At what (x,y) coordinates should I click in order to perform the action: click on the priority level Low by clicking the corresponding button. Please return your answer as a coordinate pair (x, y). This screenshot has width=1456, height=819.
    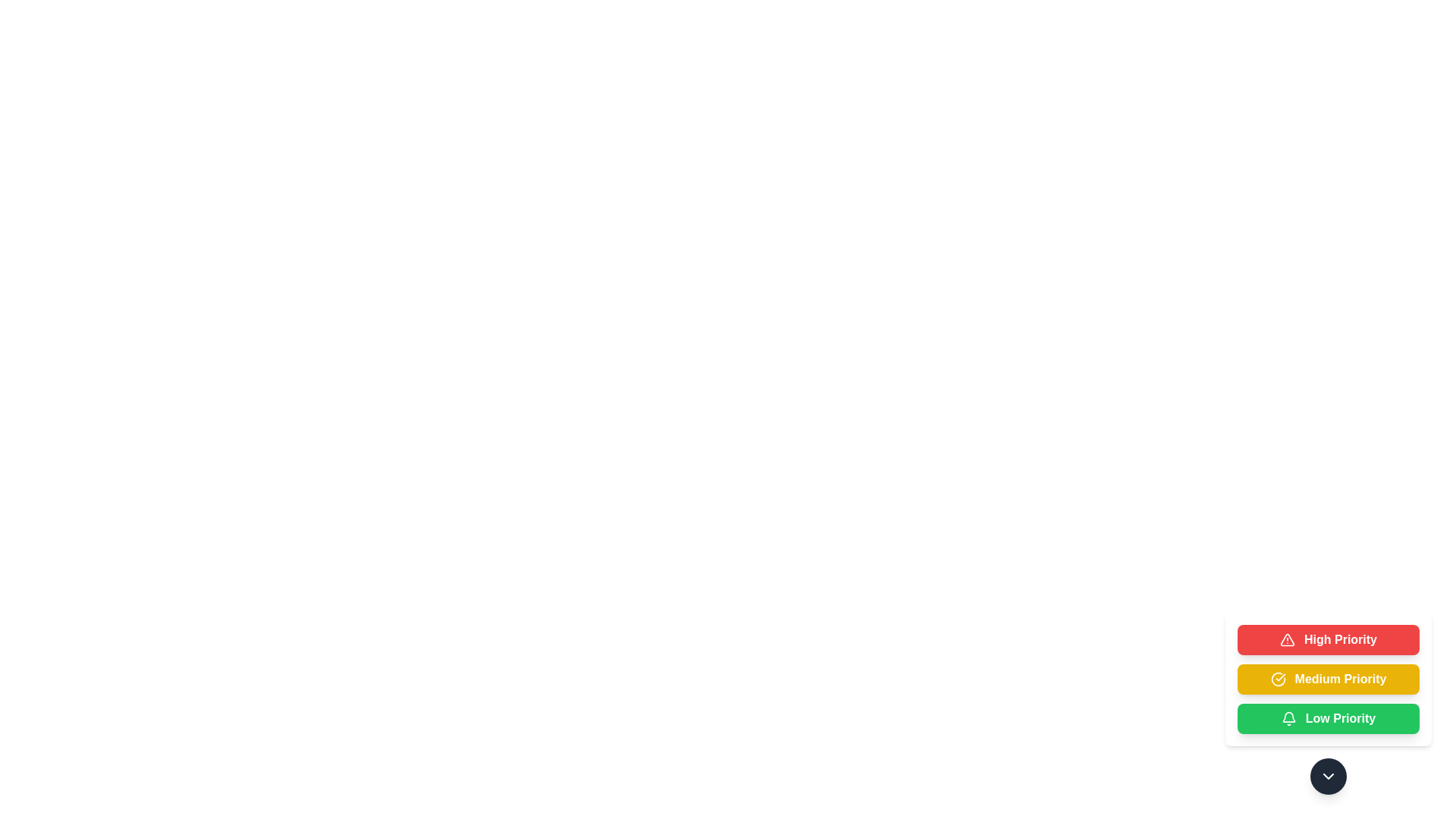
    Looking at the image, I should click on (1328, 718).